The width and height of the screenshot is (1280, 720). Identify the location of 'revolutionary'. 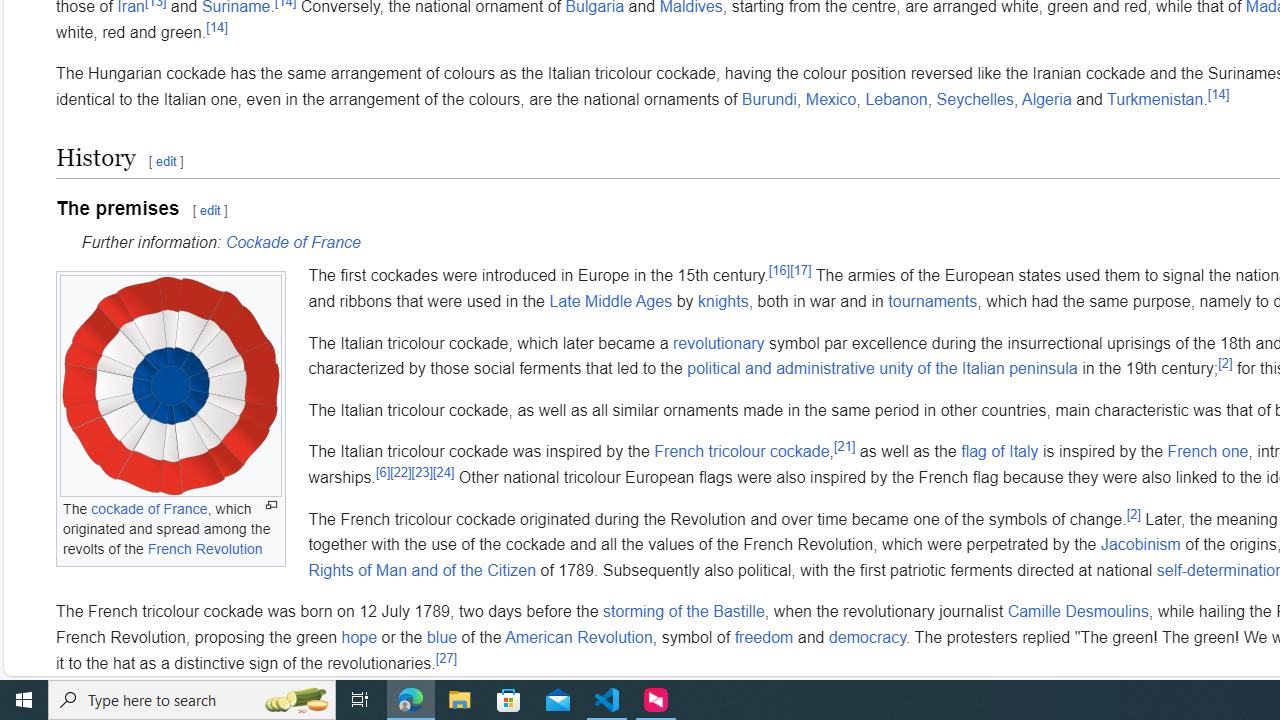
(719, 342).